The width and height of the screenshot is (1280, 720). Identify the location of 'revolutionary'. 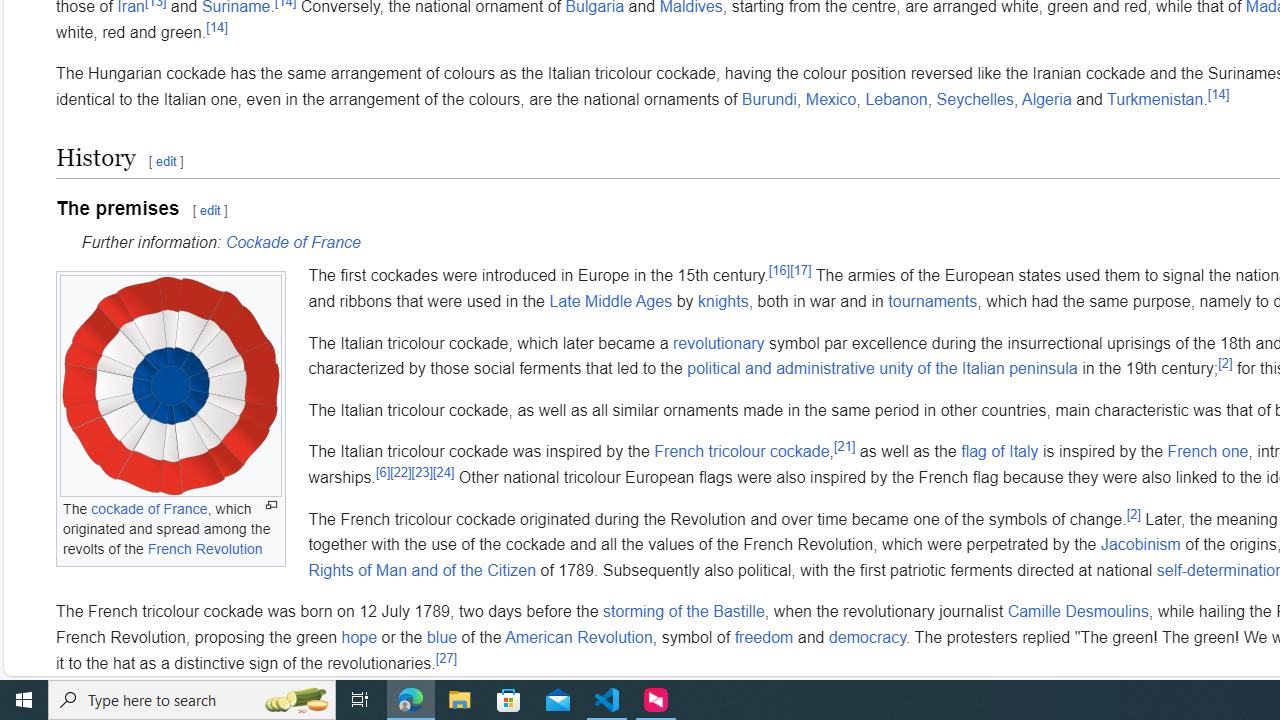
(719, 342).